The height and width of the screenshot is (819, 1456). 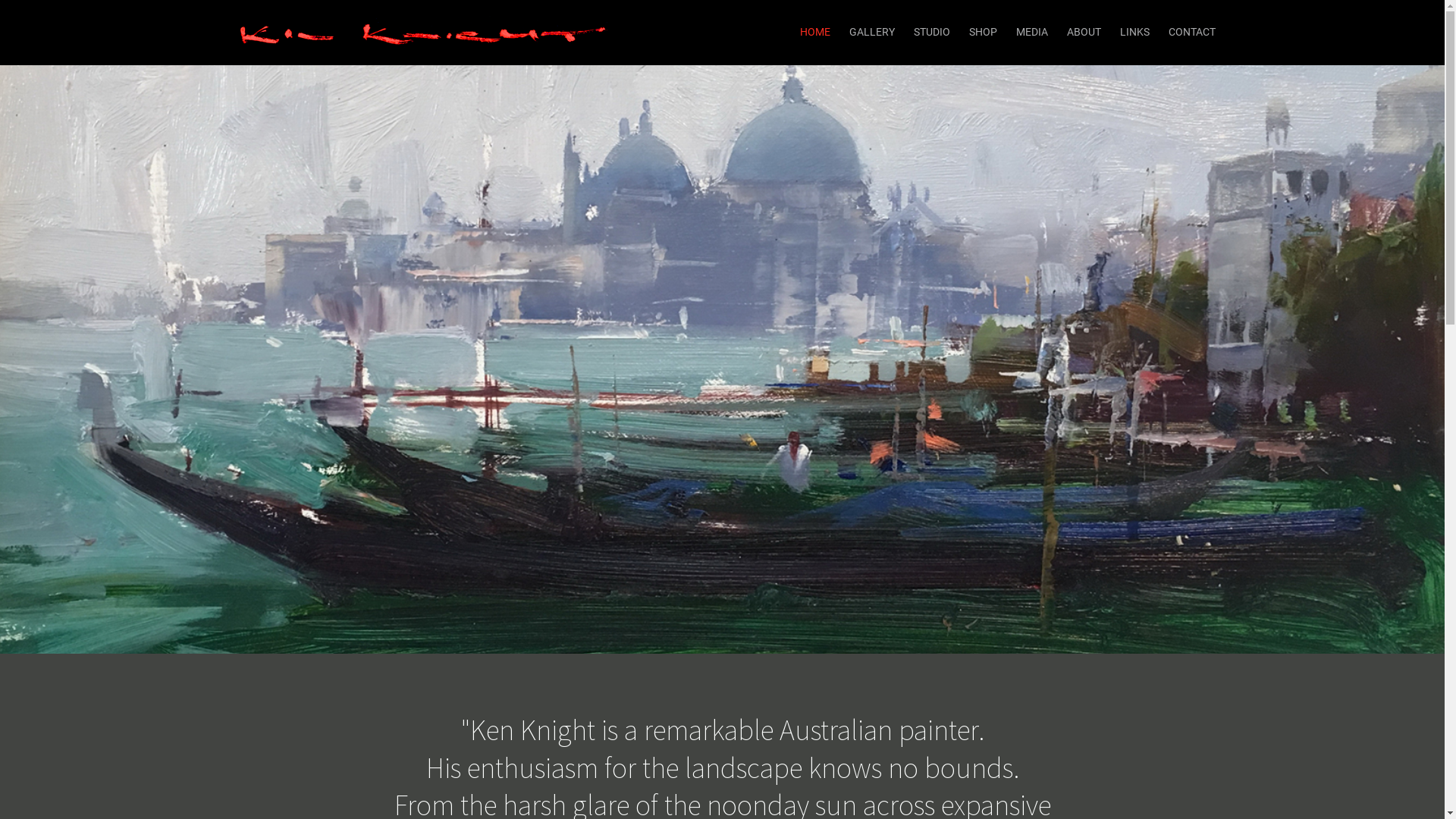 What do you see at coordinates (872, 32) in the screenshot?
I see `'GALLERY'` at bounding box center [872, 32].